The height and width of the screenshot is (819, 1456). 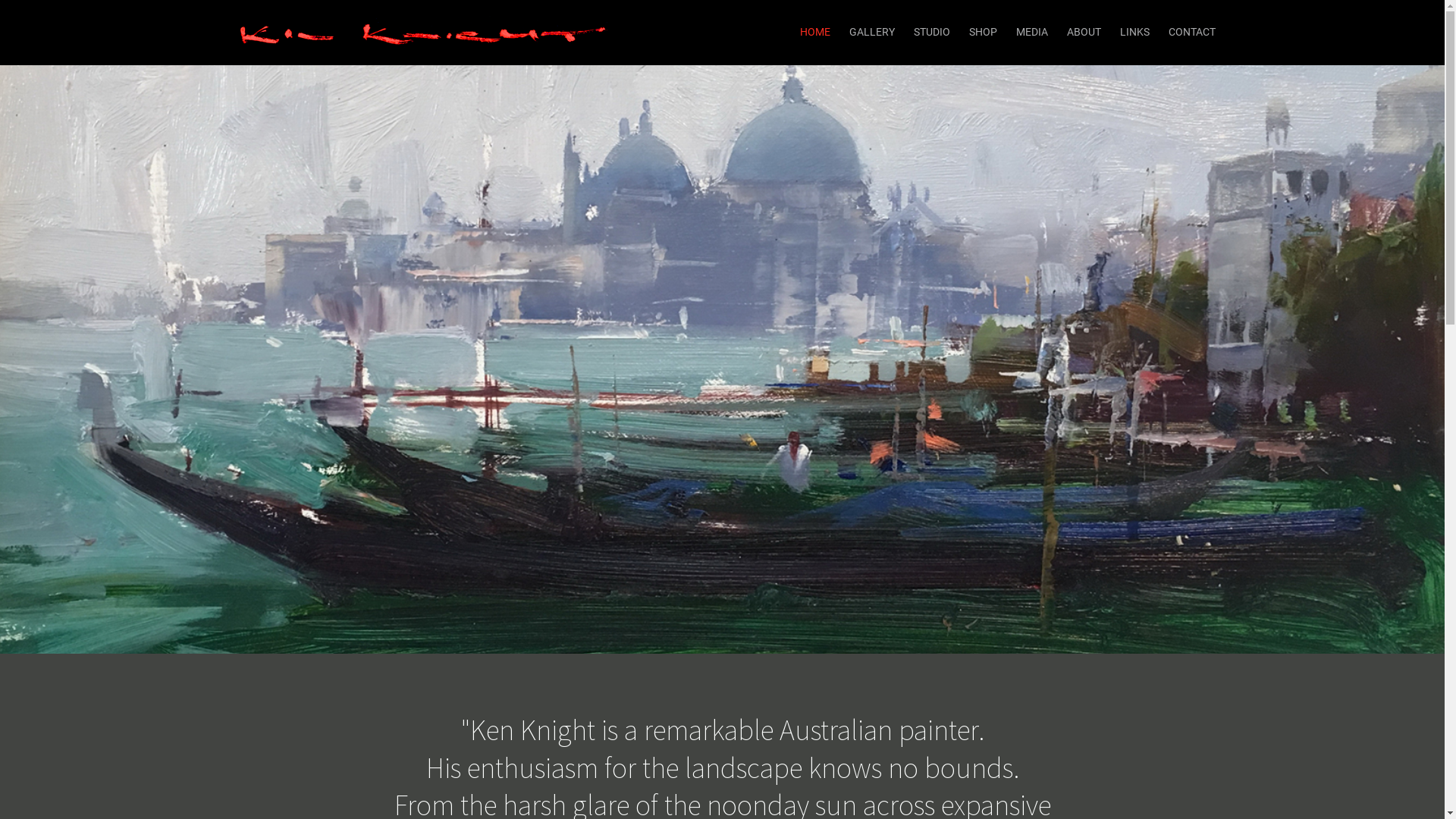 What do you see at coordinates (872, 32) in the screenshot?
I see `'GALLERY'` at bounding box center [872, 32].